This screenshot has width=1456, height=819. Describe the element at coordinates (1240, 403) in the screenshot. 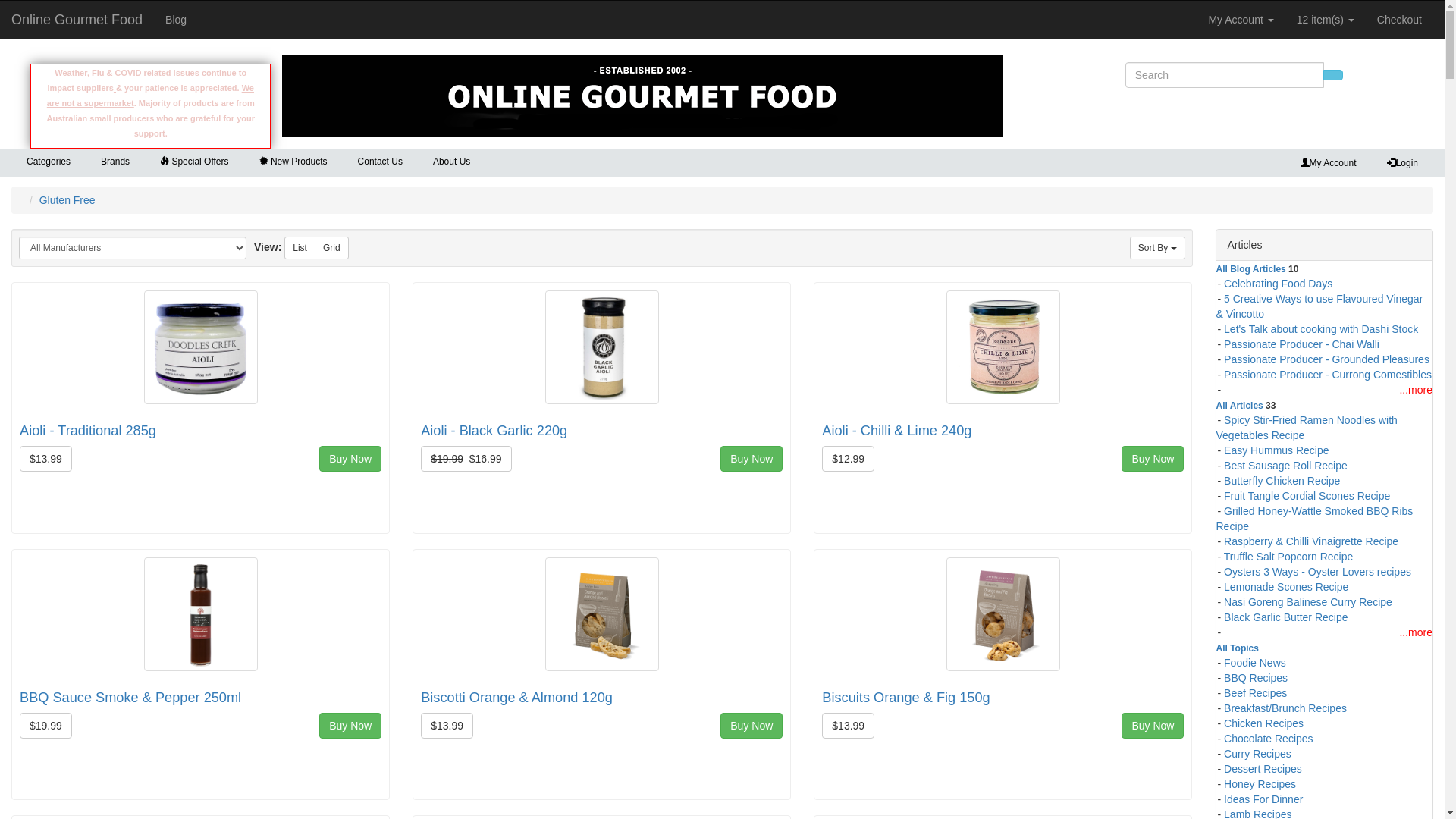

I see `'All Articles'` at that location.